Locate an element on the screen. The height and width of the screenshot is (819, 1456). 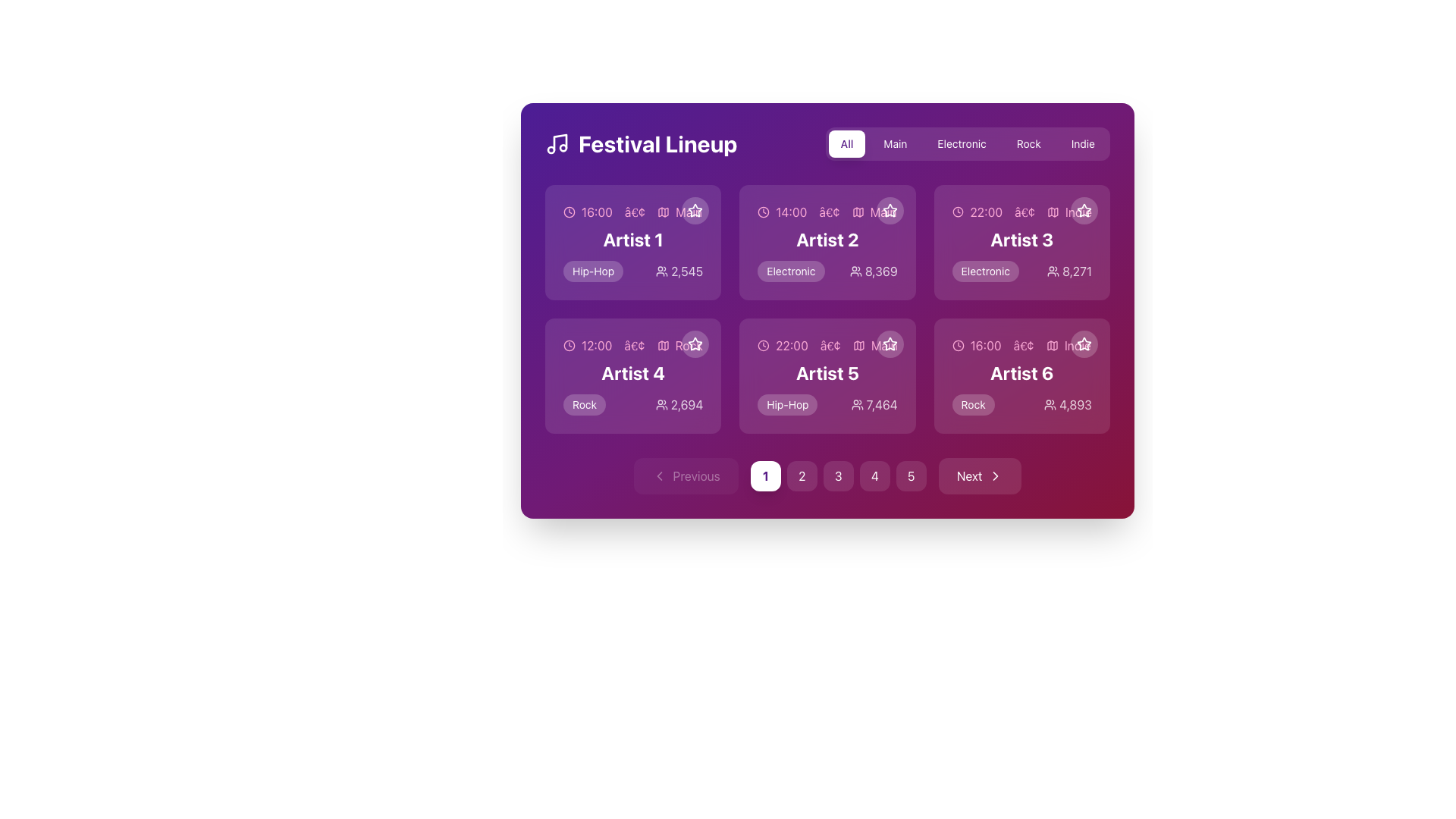
the star icon located under the 'Artist 2' section to mark or unmark the entity as favorite is located at coordinates (890, 210).